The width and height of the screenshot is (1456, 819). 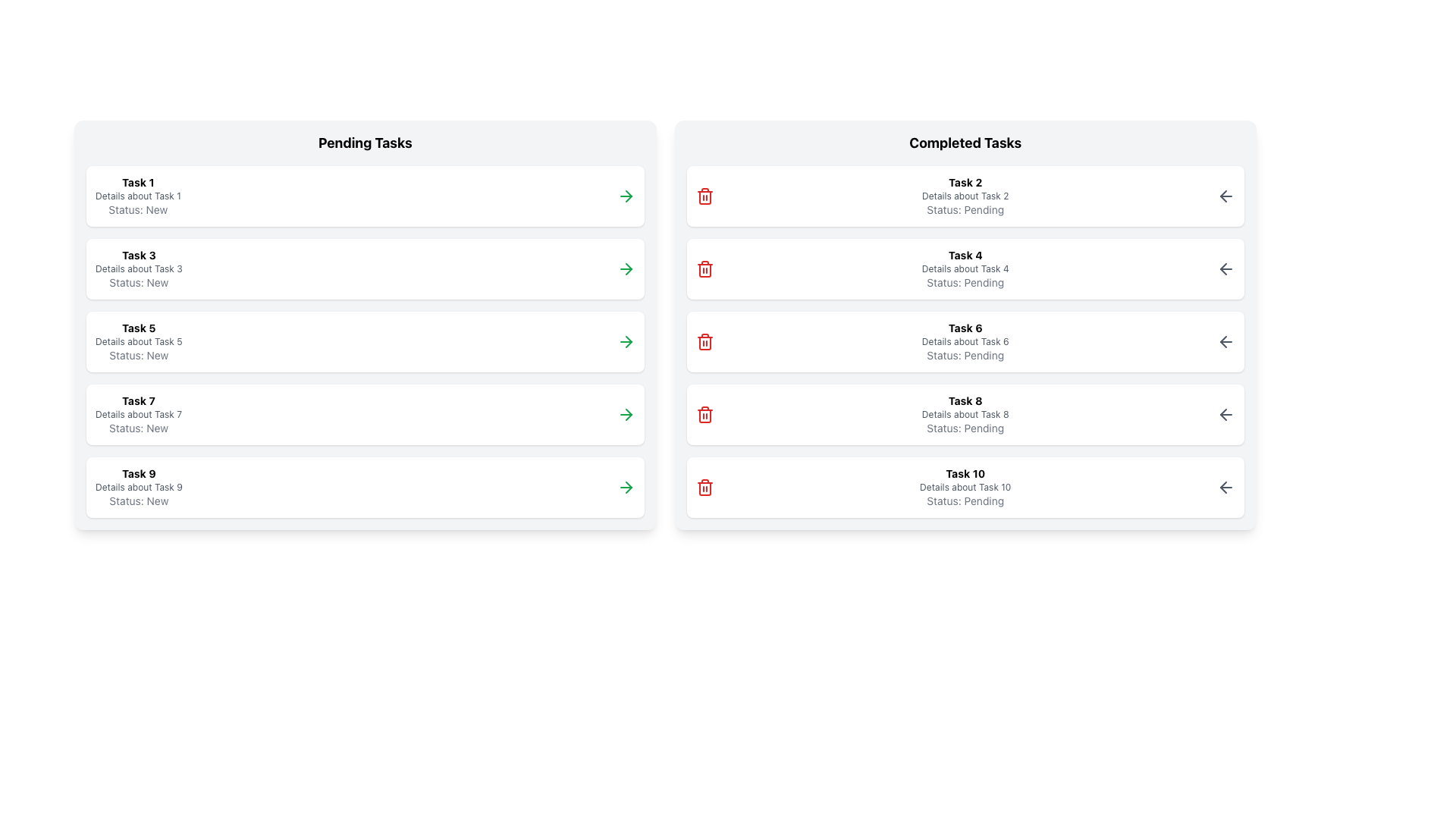 What do you see at coordinates (626, 342) in the screenshot?
I see `the green arrow icon at the far right of 'Task 5' in the 'Pending Tasks' list` at bounding box center [626, 342].